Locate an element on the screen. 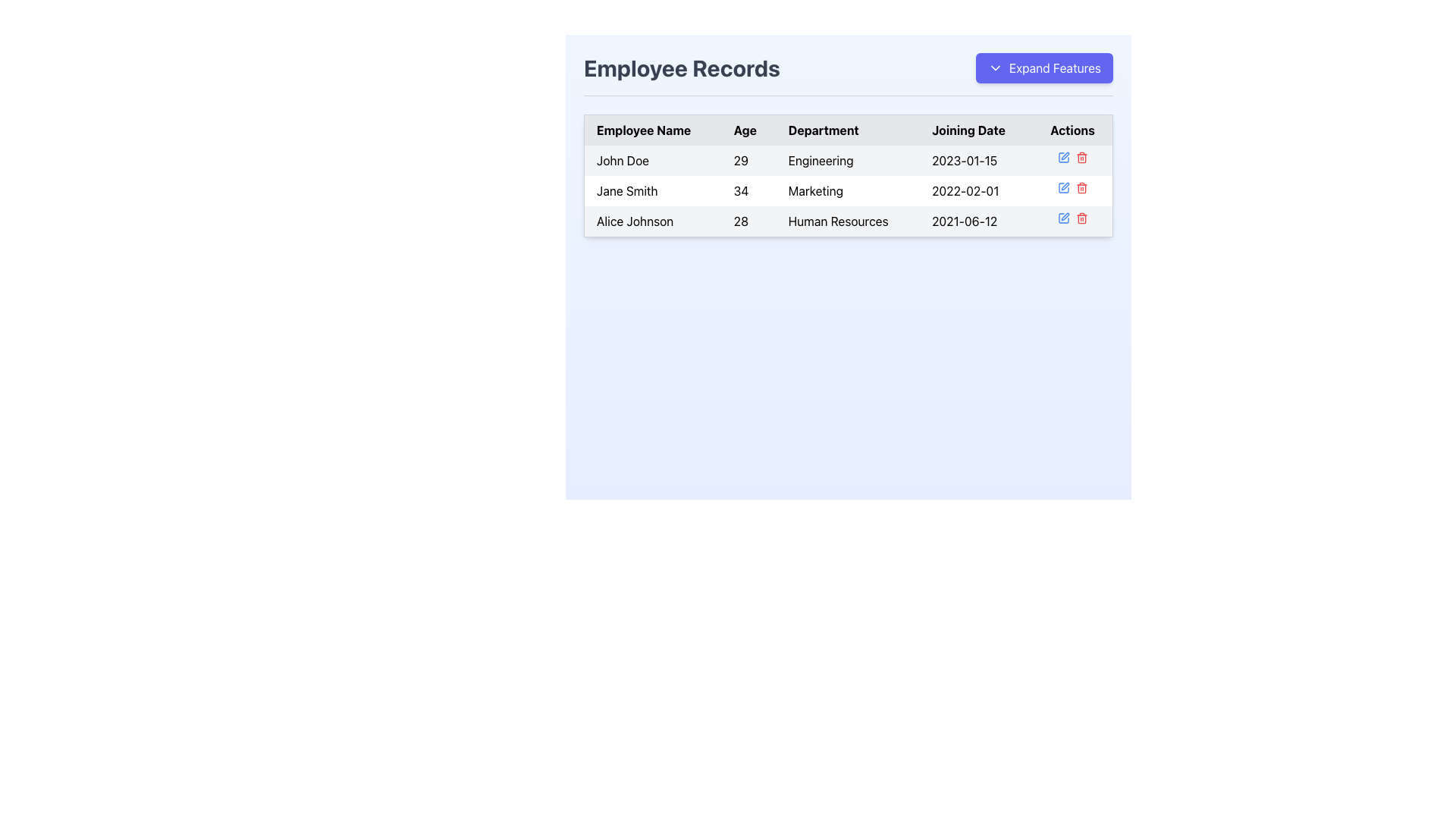 This screenshot has width=1456, height=819. the Text label serving as a table header that indicates employee names is located at coordinates (653, 129).